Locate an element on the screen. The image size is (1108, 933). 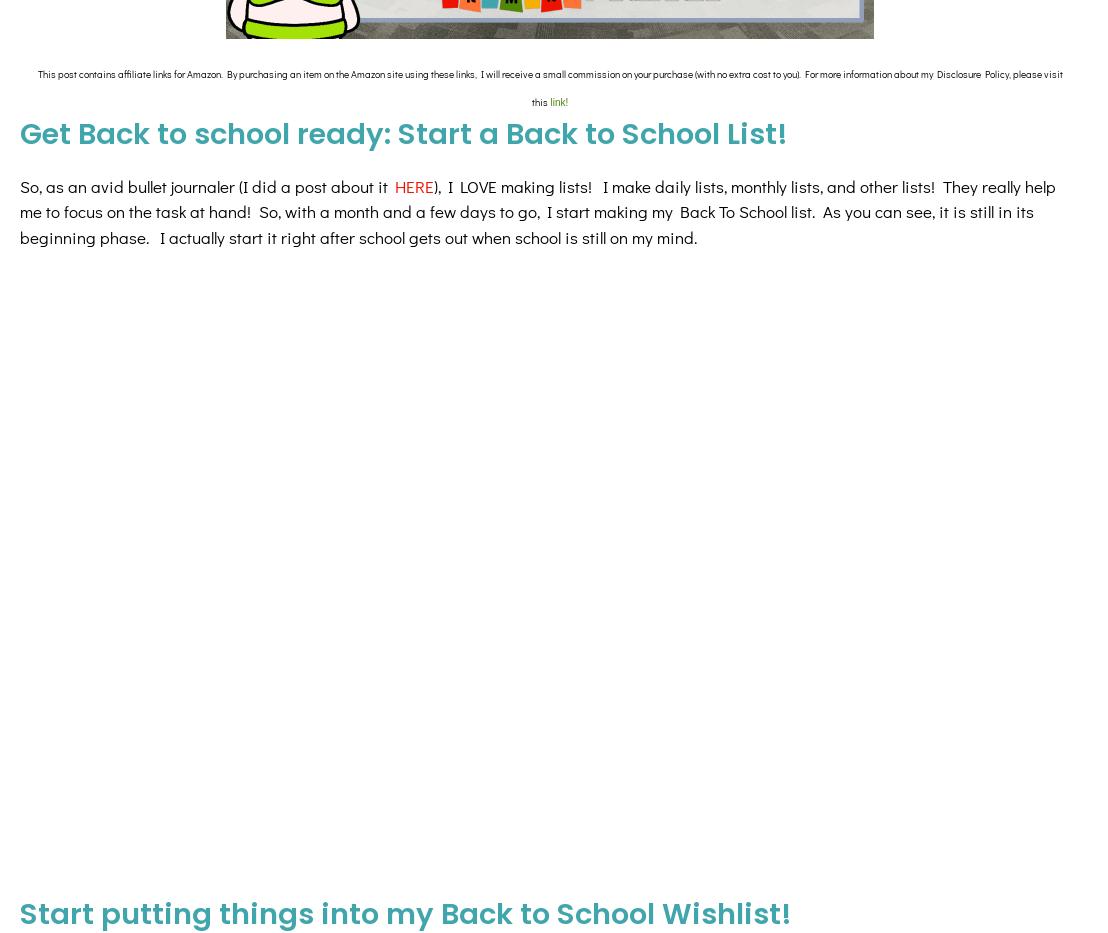
'link!' is located at coordinates (558, 102).